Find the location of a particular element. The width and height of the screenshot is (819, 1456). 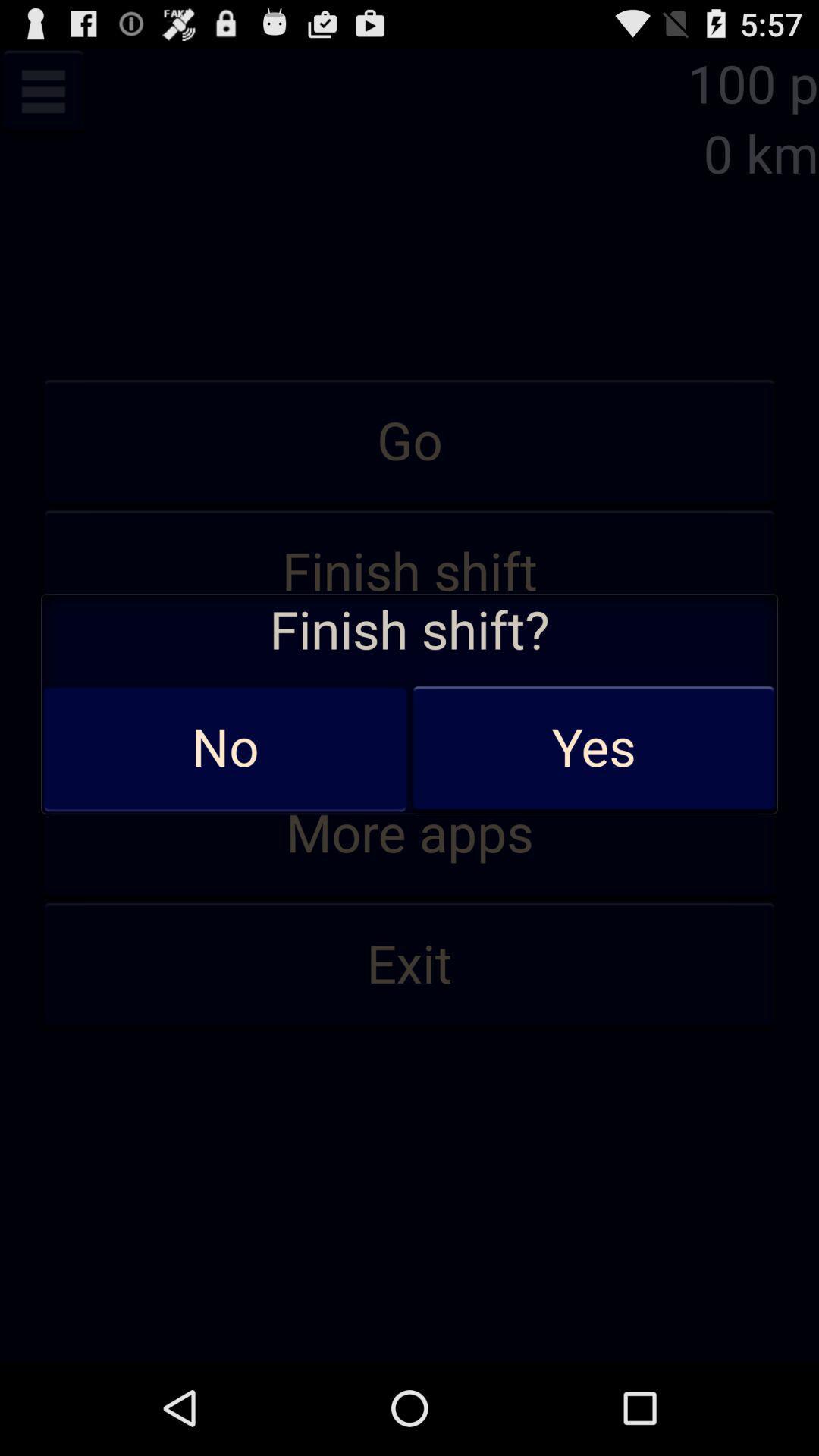

app below statistic is located at coordinates (409, 833).